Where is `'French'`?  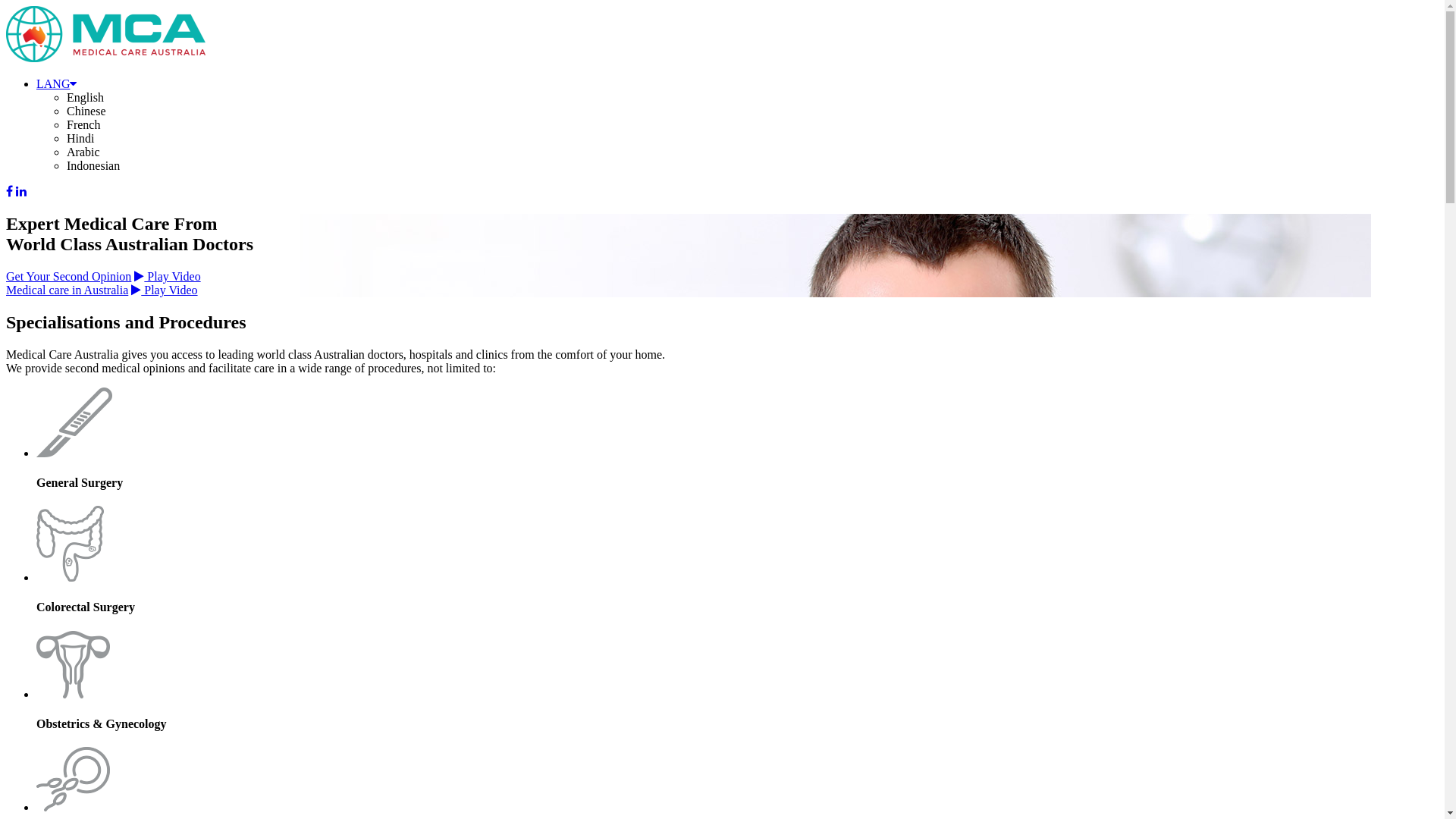
'French' is located at coordinates (83, 124).